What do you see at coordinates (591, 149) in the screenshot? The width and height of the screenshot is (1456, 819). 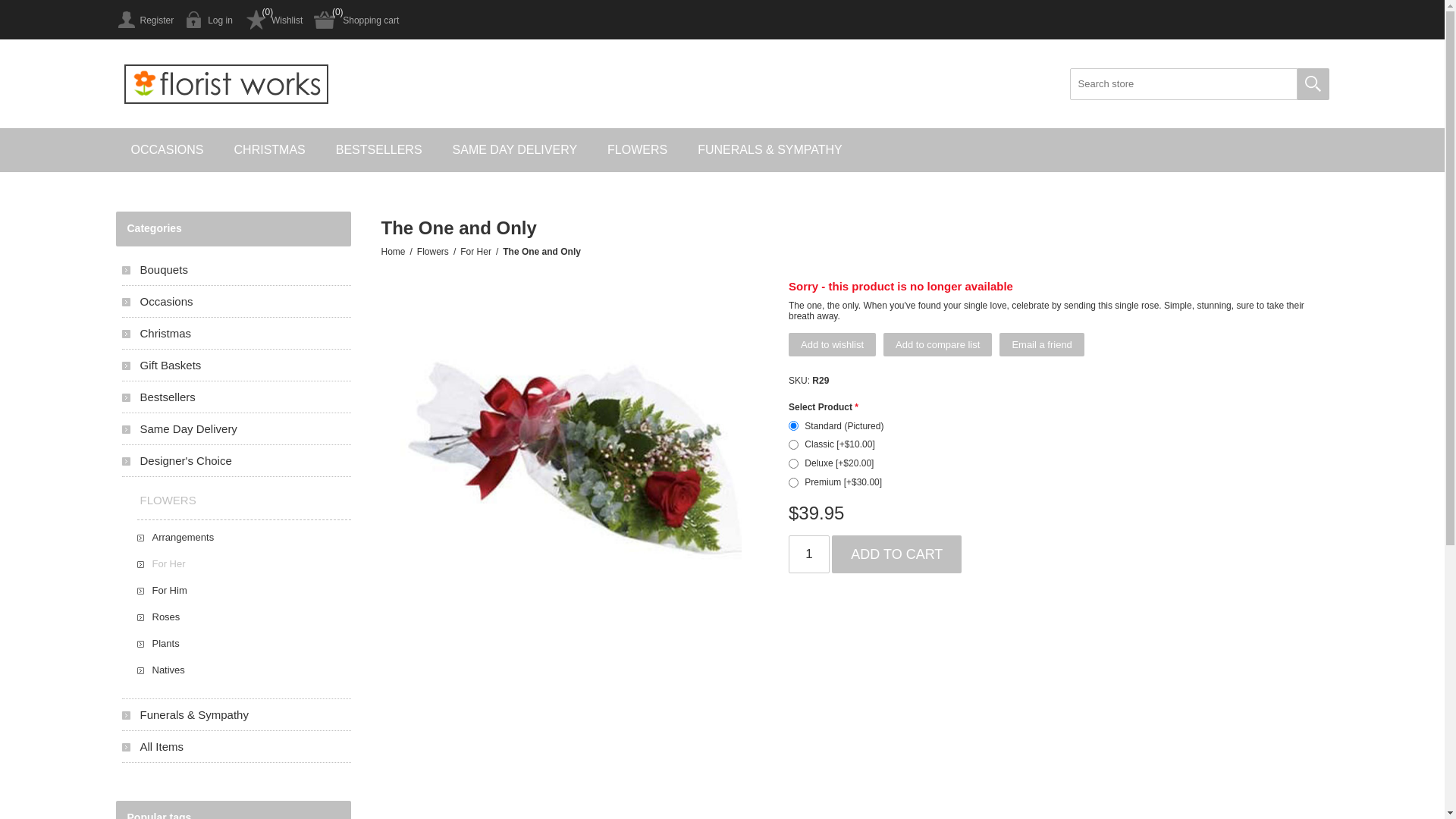 I see `'FLOWERS'` at bounding box center [591, 149].